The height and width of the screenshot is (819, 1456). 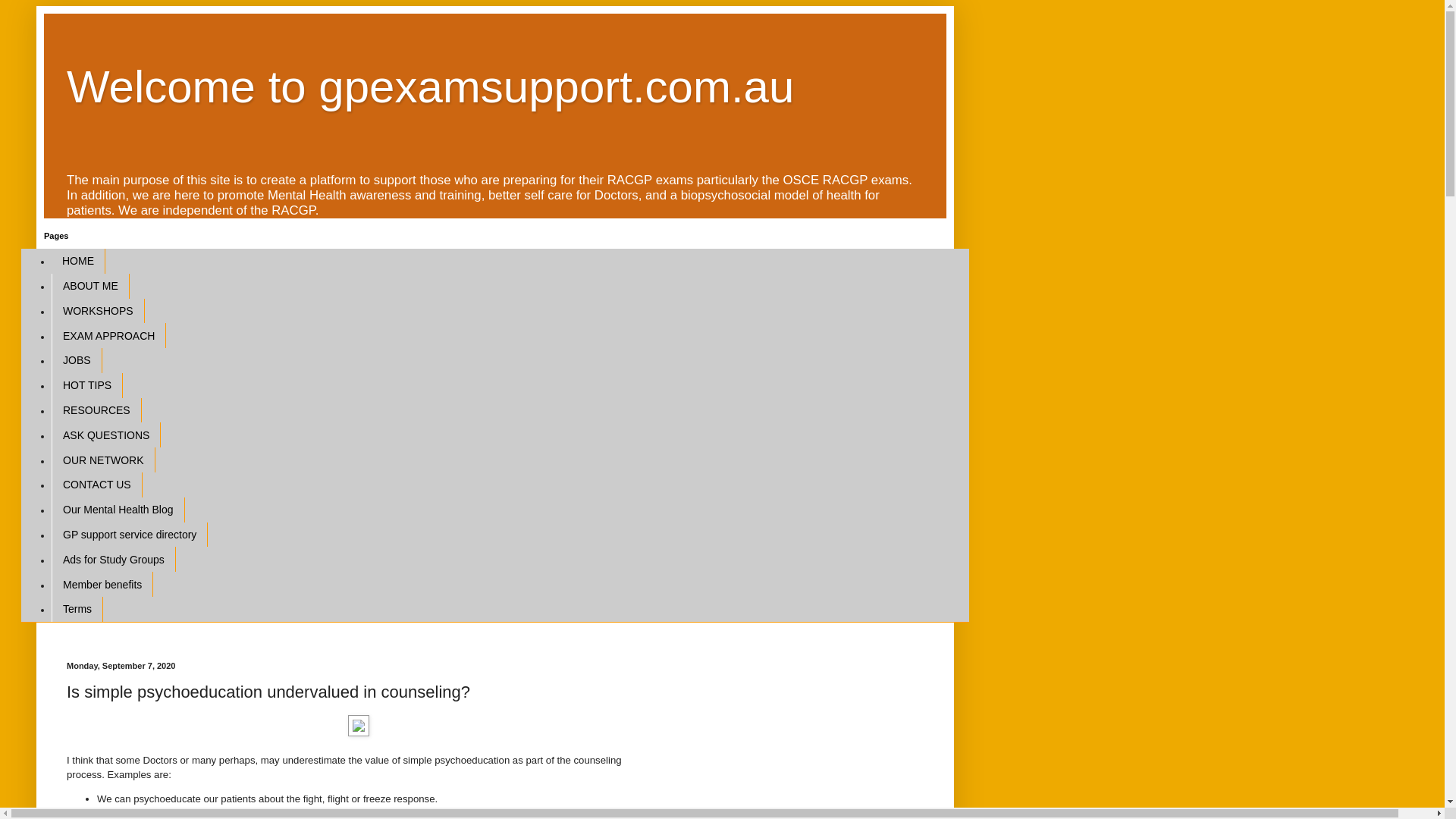 I want to click on 'RESOURCES', so click(x=96, y=410).